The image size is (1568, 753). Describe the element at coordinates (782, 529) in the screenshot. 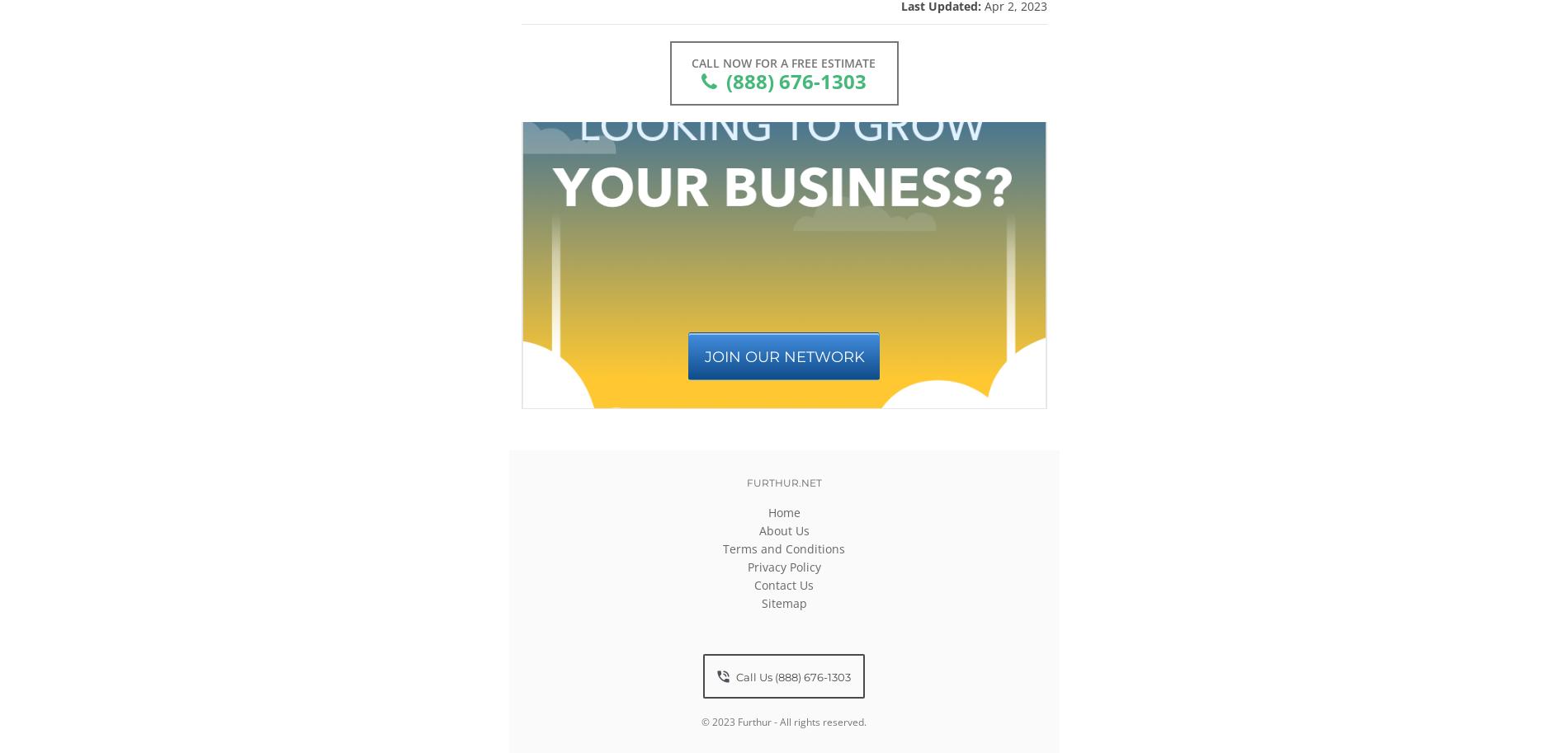

I see `'About Us'` at that location.